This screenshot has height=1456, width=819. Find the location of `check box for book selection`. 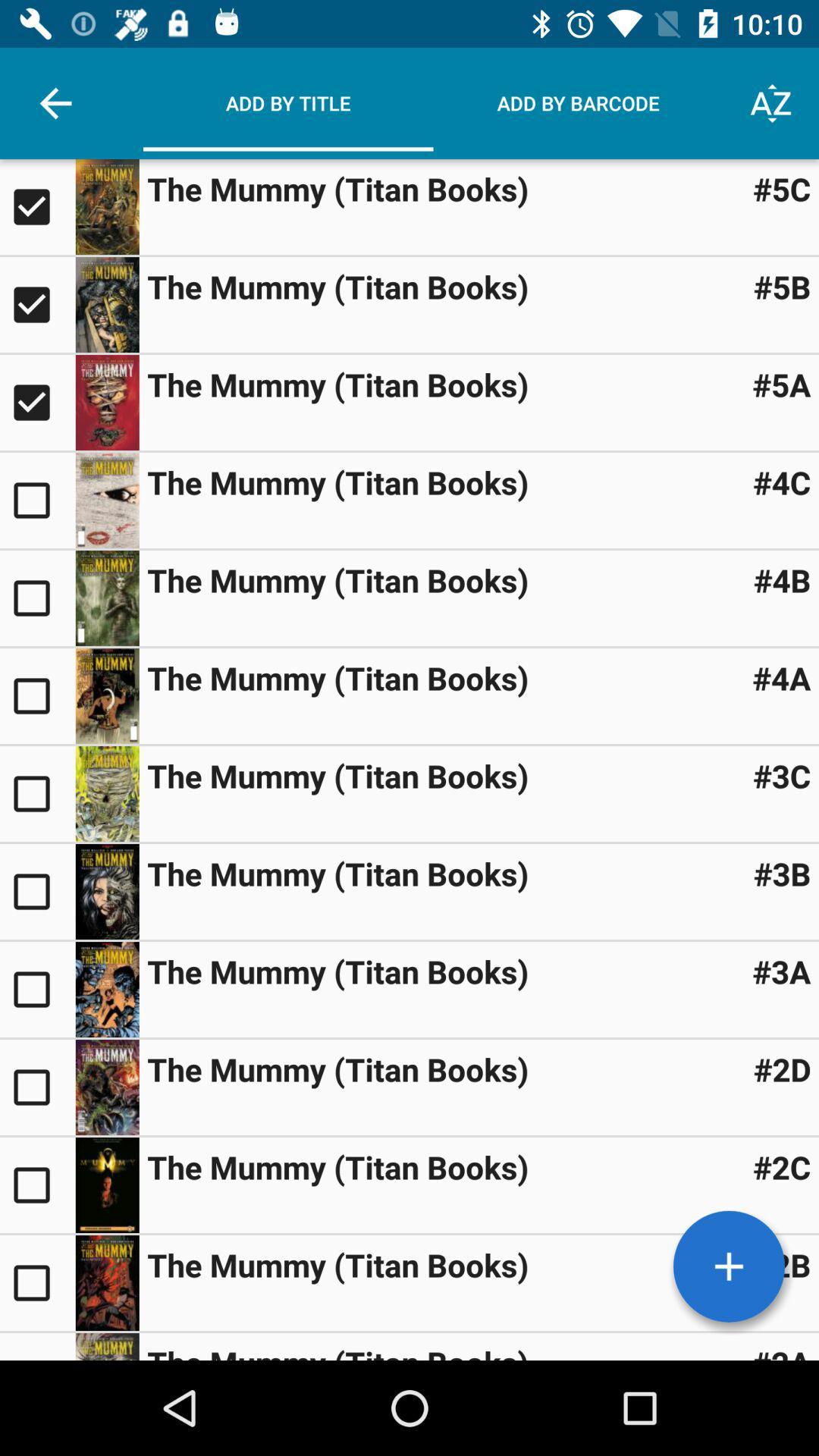

check box for book selection is located at coordinates (36, 403).